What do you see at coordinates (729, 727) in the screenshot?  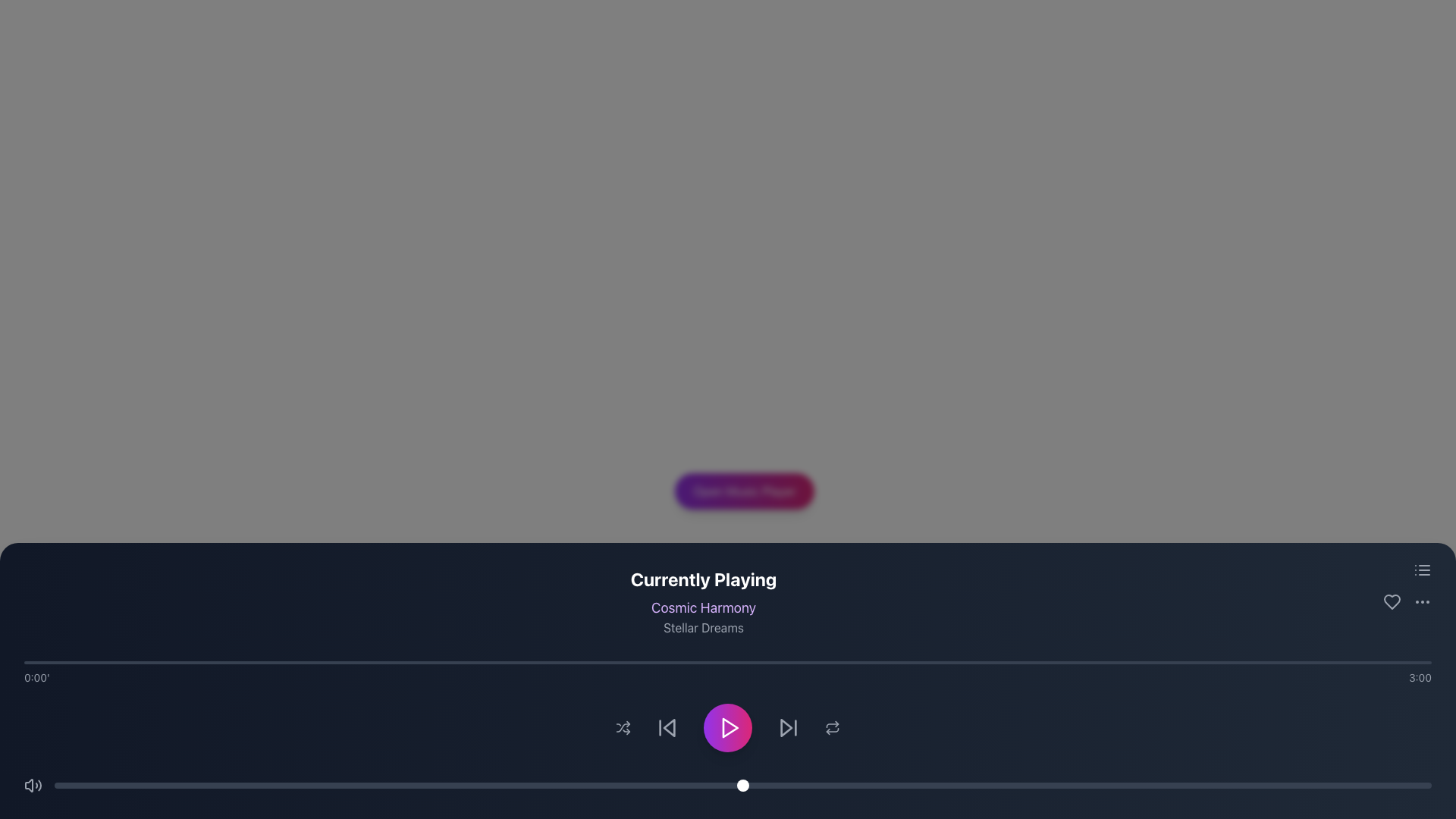 I see `the SVG-based Play Button, which is a white triangle icon within a pink gradient circle, to initiate playback` at bounding box center [729, 727].